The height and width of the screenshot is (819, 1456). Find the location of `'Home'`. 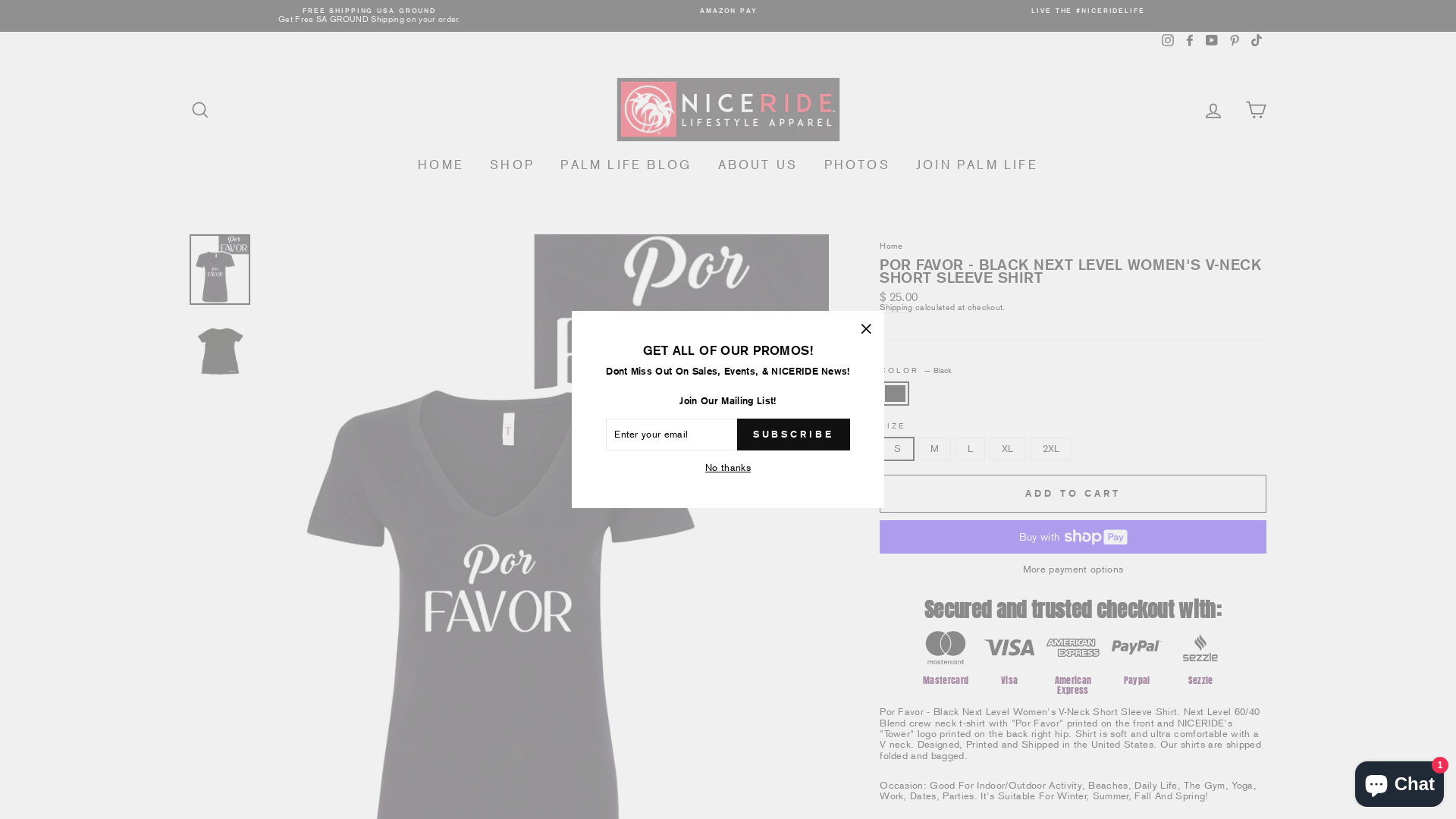

'Home' is located at coordinates (891, 245).